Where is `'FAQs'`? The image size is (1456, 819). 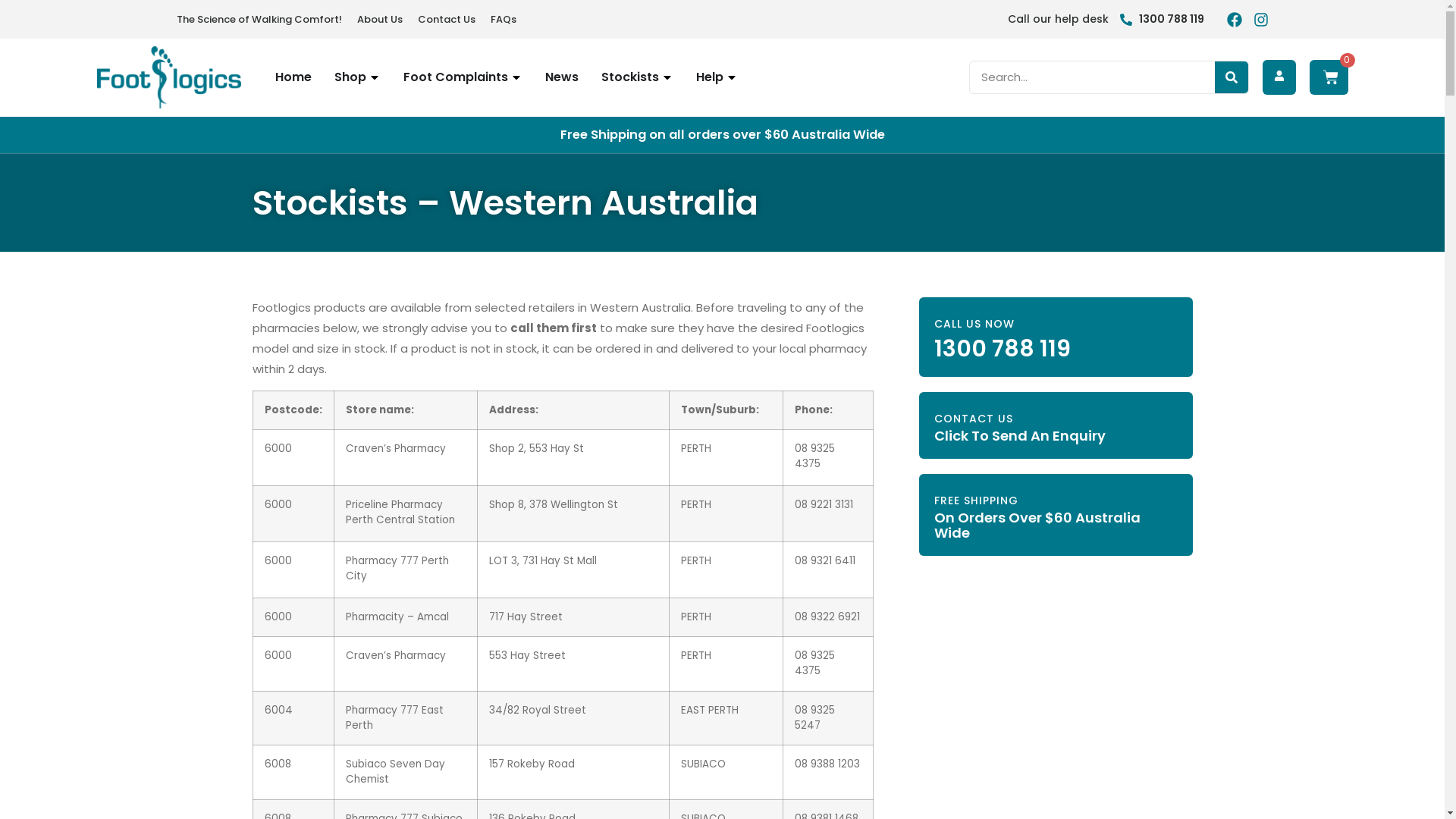
'FAQs' is located at coordinates (502, 19).